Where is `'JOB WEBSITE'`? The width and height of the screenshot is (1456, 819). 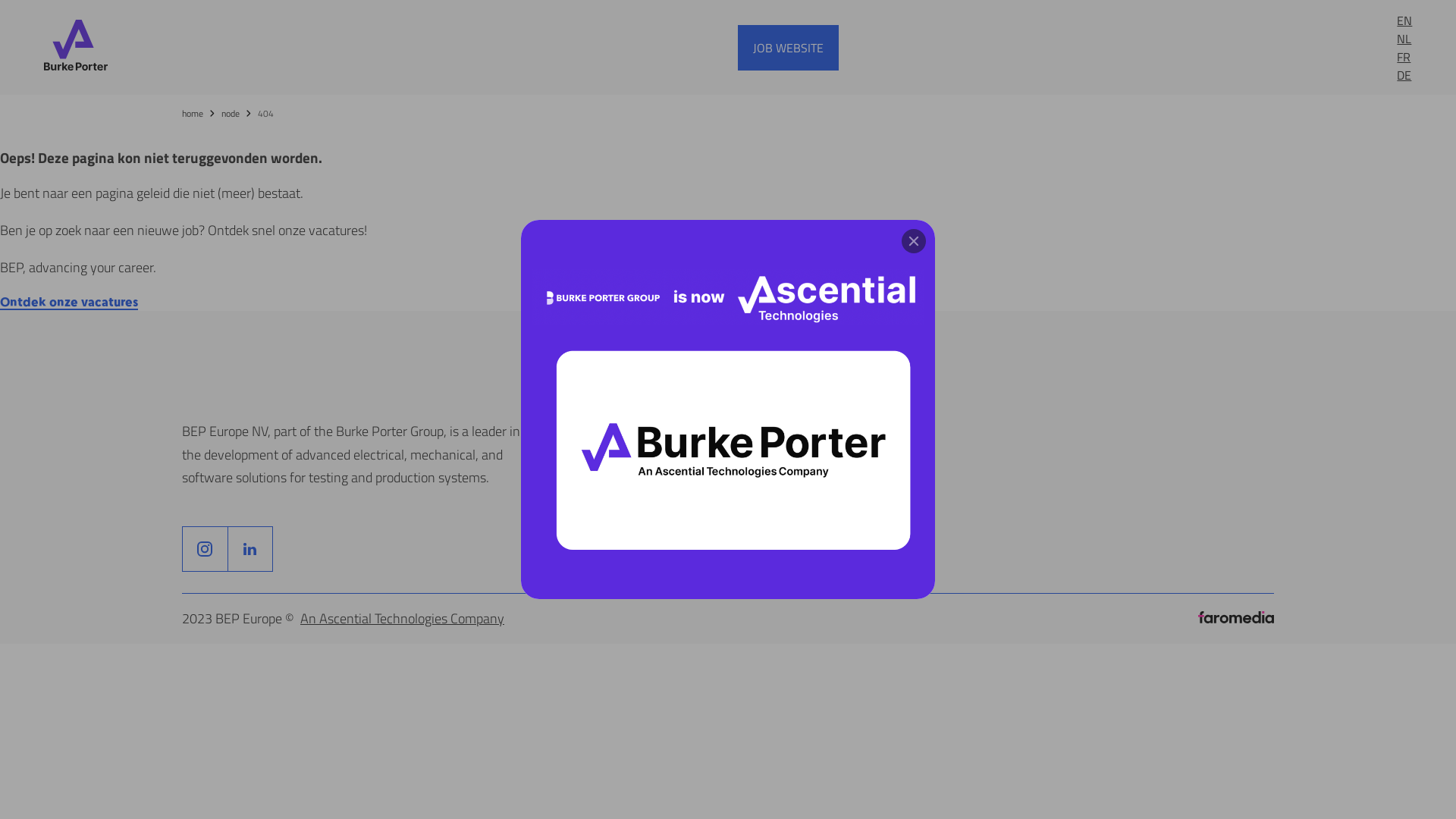
'JOB WEBSITE' is located at coordinates (788, 45).